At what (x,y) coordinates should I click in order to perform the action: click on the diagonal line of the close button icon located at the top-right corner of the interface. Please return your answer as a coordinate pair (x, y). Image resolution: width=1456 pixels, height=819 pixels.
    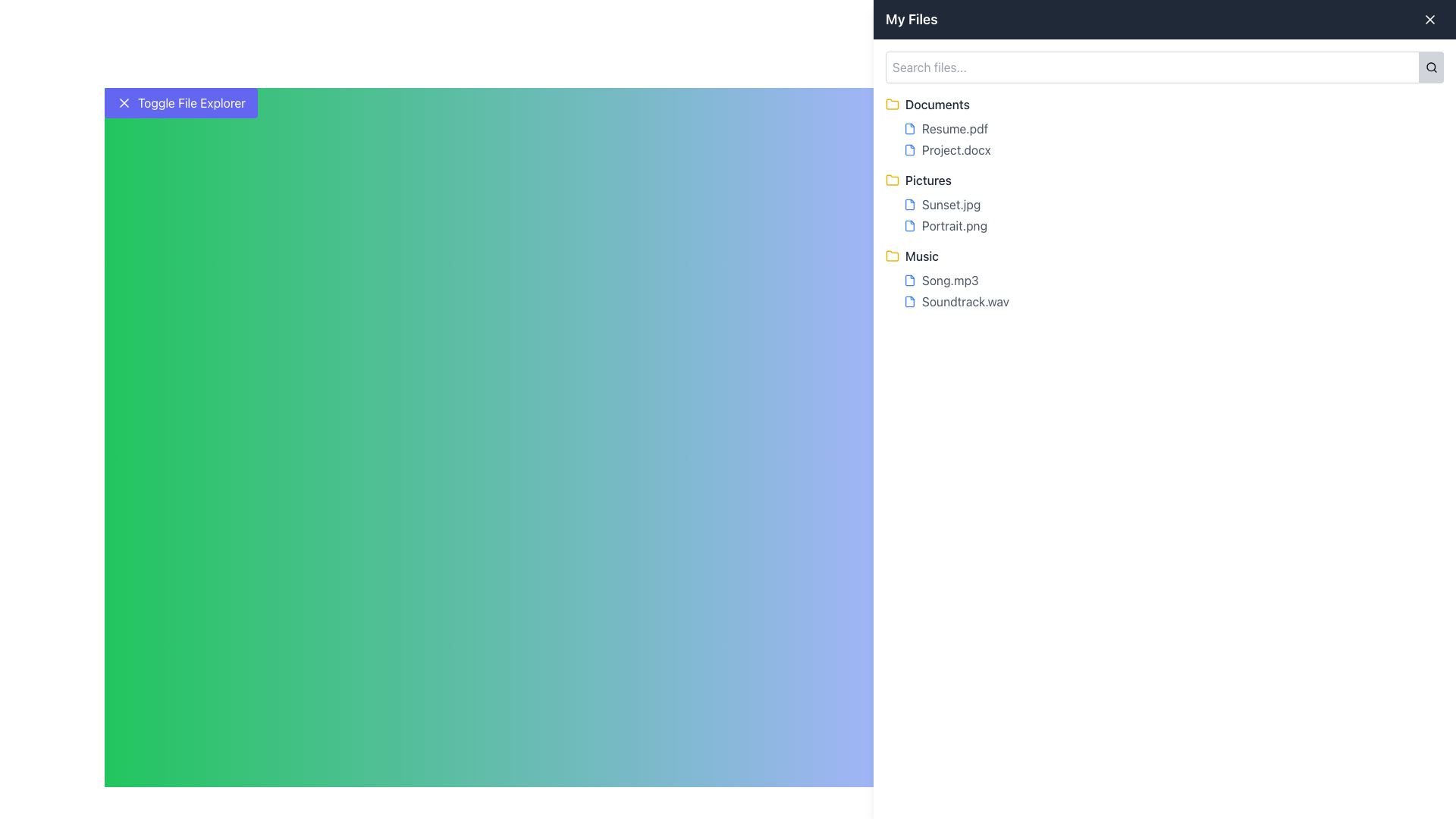
    Looking at the image, I should click on (1429, 20).